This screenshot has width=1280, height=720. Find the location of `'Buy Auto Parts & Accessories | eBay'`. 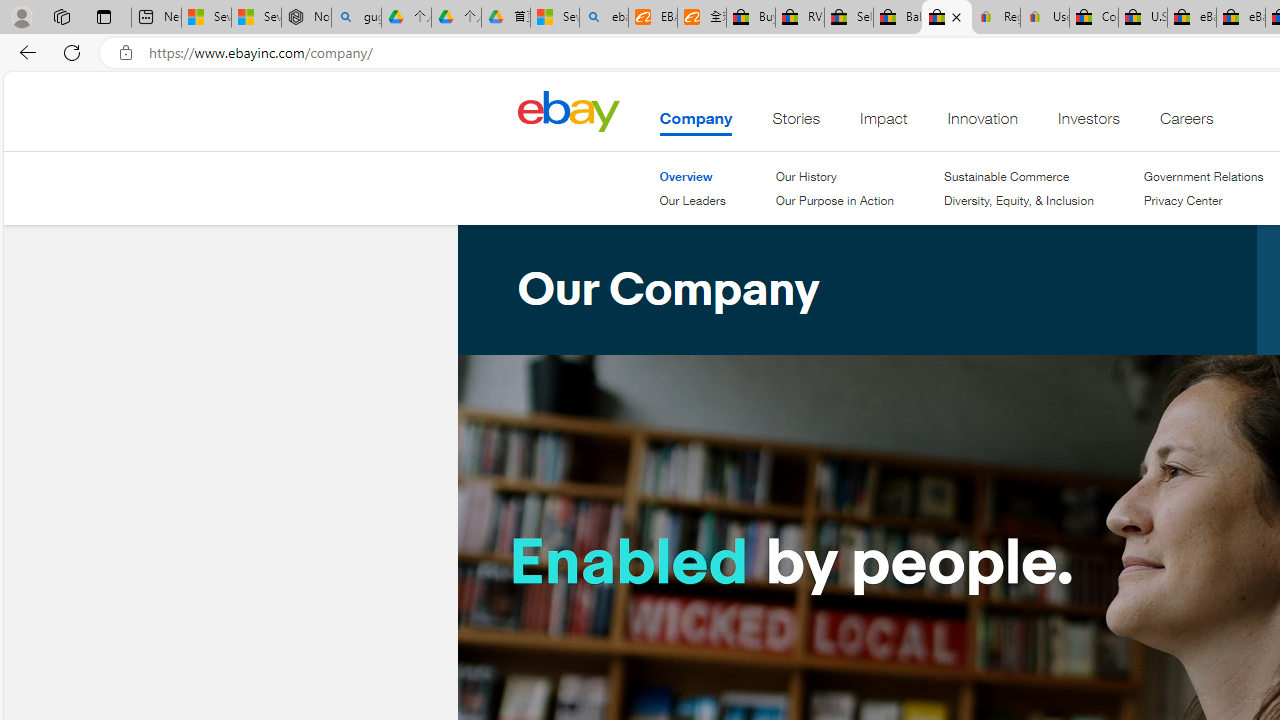

'Buy Auto Parts & Accessories | eBay' is located at coordinates (749, 17).